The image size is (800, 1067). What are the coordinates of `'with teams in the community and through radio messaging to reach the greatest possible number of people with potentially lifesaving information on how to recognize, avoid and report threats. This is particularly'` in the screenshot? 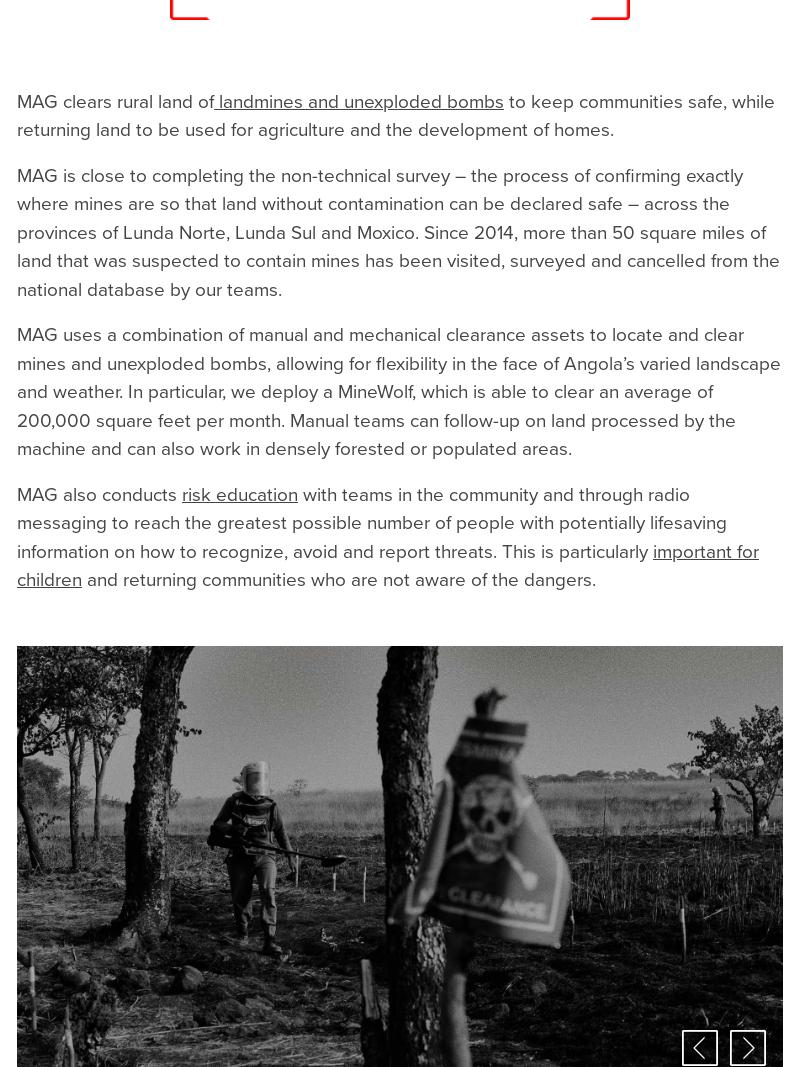 It's located at (371, 521).